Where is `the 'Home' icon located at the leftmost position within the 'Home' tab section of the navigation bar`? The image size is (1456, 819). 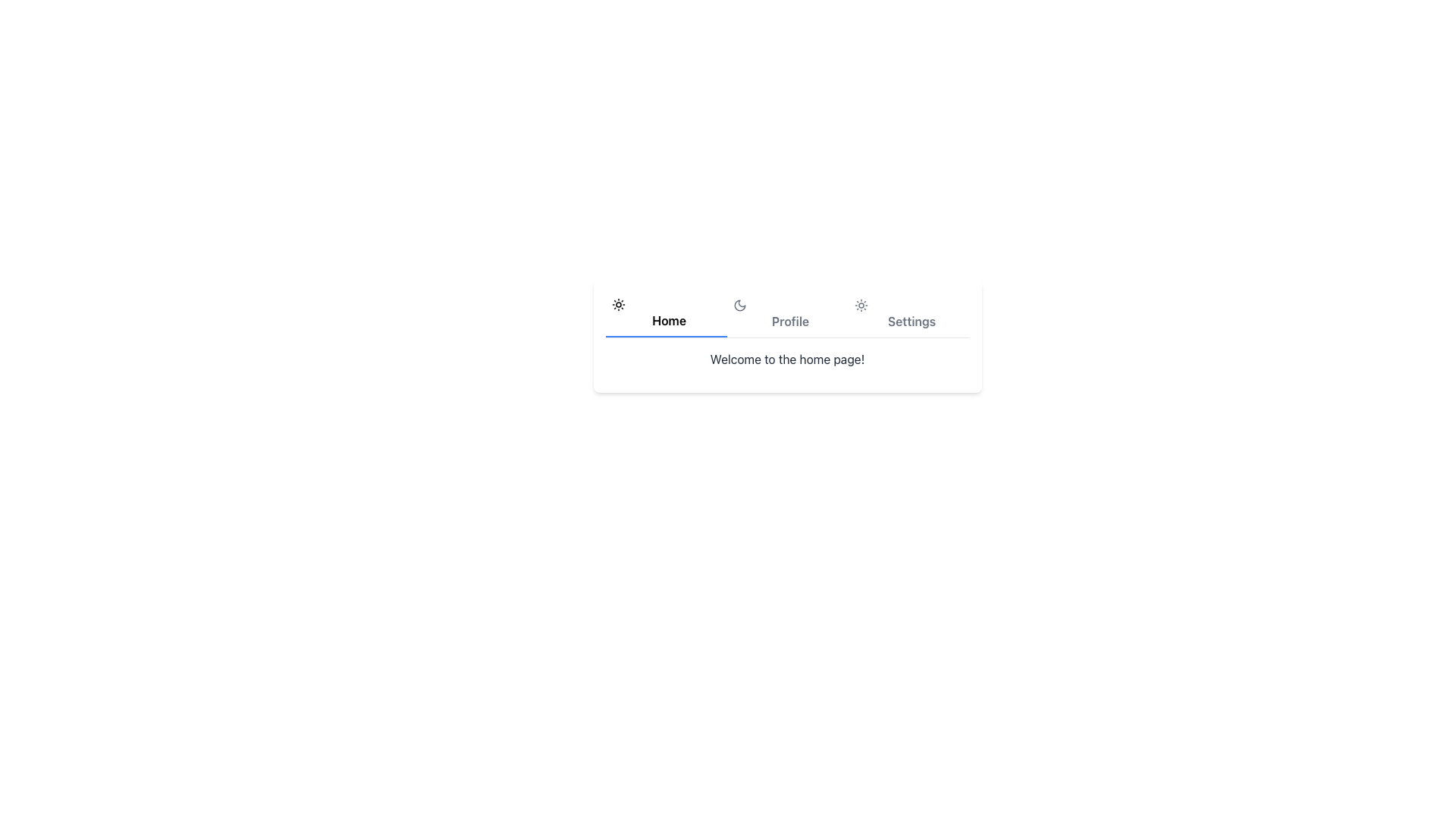 the 'Home' icon located at the leftmost position within the 'Home' tab section of the navigation bar is located at coordinates (618, 304).